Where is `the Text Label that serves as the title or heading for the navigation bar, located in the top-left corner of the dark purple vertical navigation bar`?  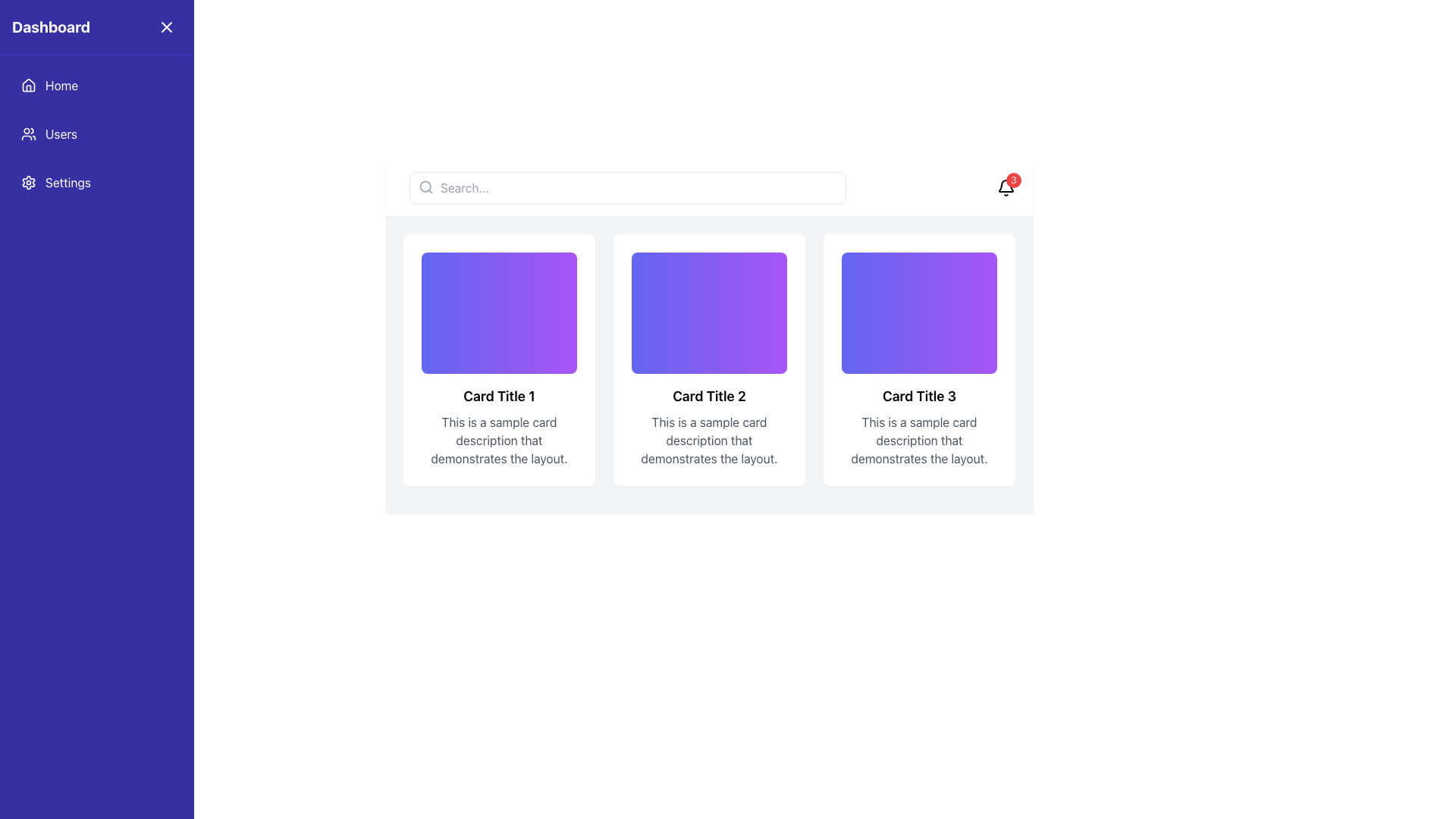 the Text Label that serves as the title or heading for the navigation bar, located in the top-left corner of the dark purple vertical navigation bar is located at coordinates (51, 27).